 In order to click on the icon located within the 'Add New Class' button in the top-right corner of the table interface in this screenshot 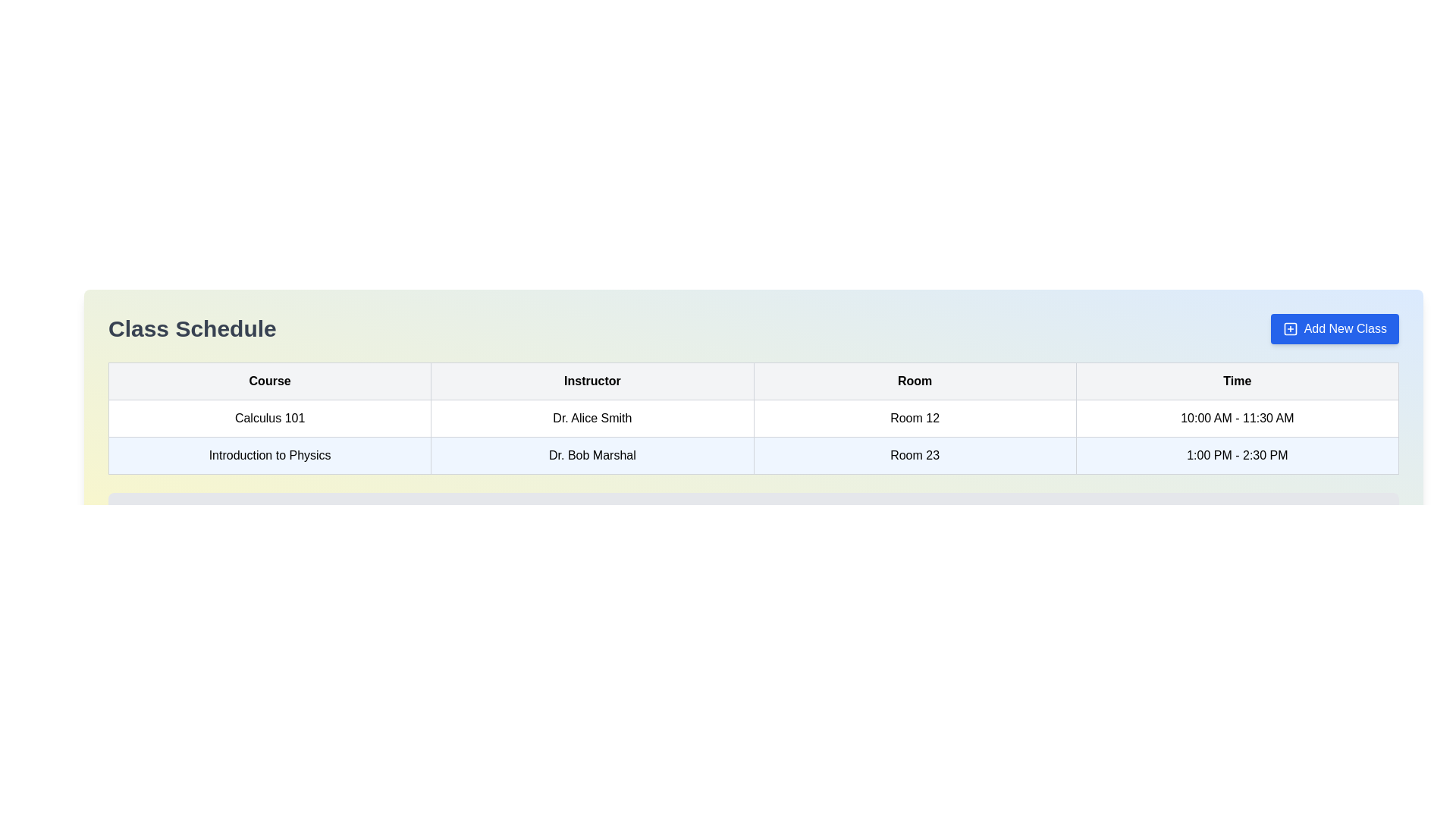, I will do `click(1289, 328)`.